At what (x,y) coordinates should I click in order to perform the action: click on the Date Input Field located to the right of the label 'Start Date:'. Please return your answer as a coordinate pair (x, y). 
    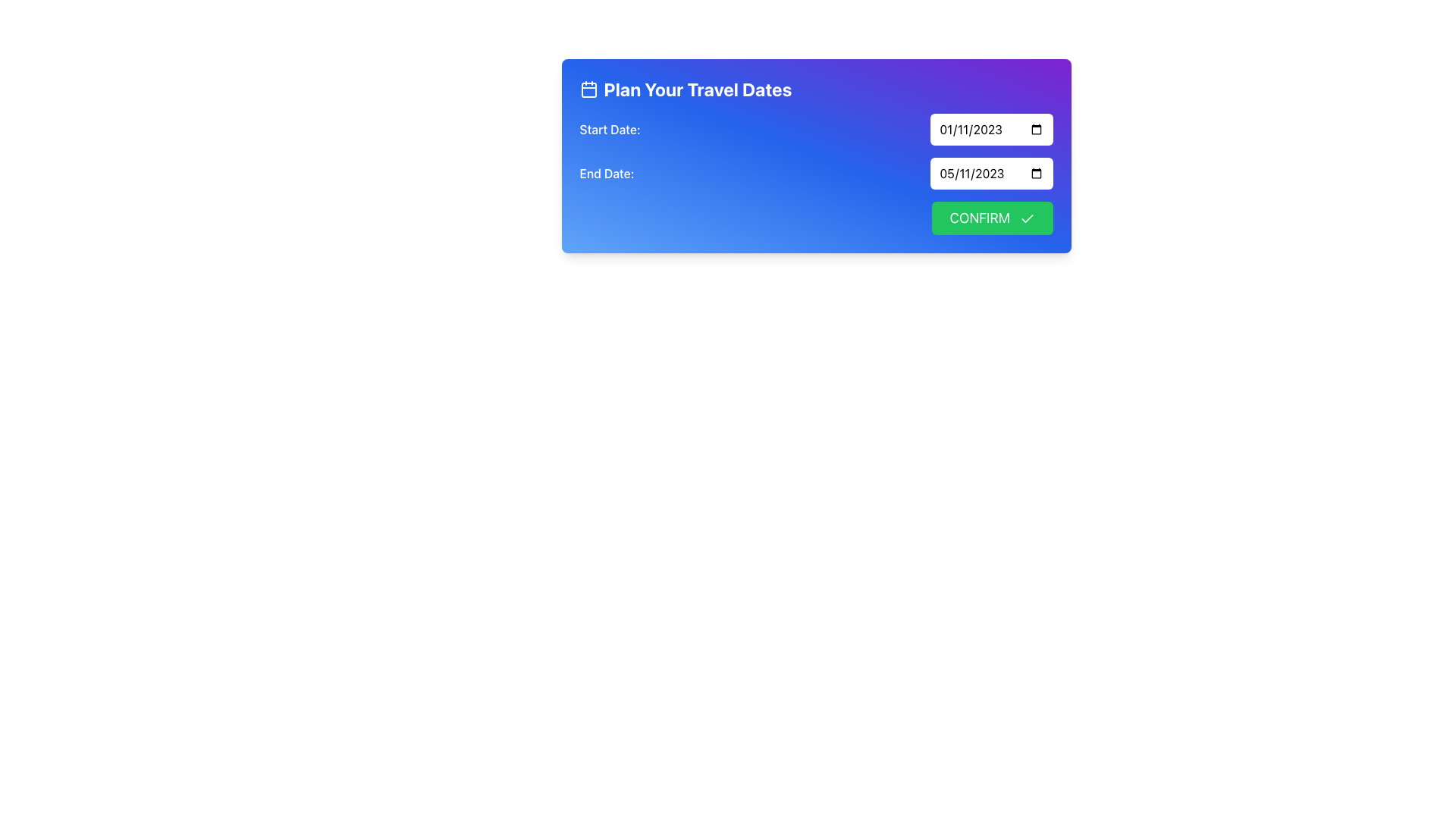
    Looking at the image, I should click on (991, 128).